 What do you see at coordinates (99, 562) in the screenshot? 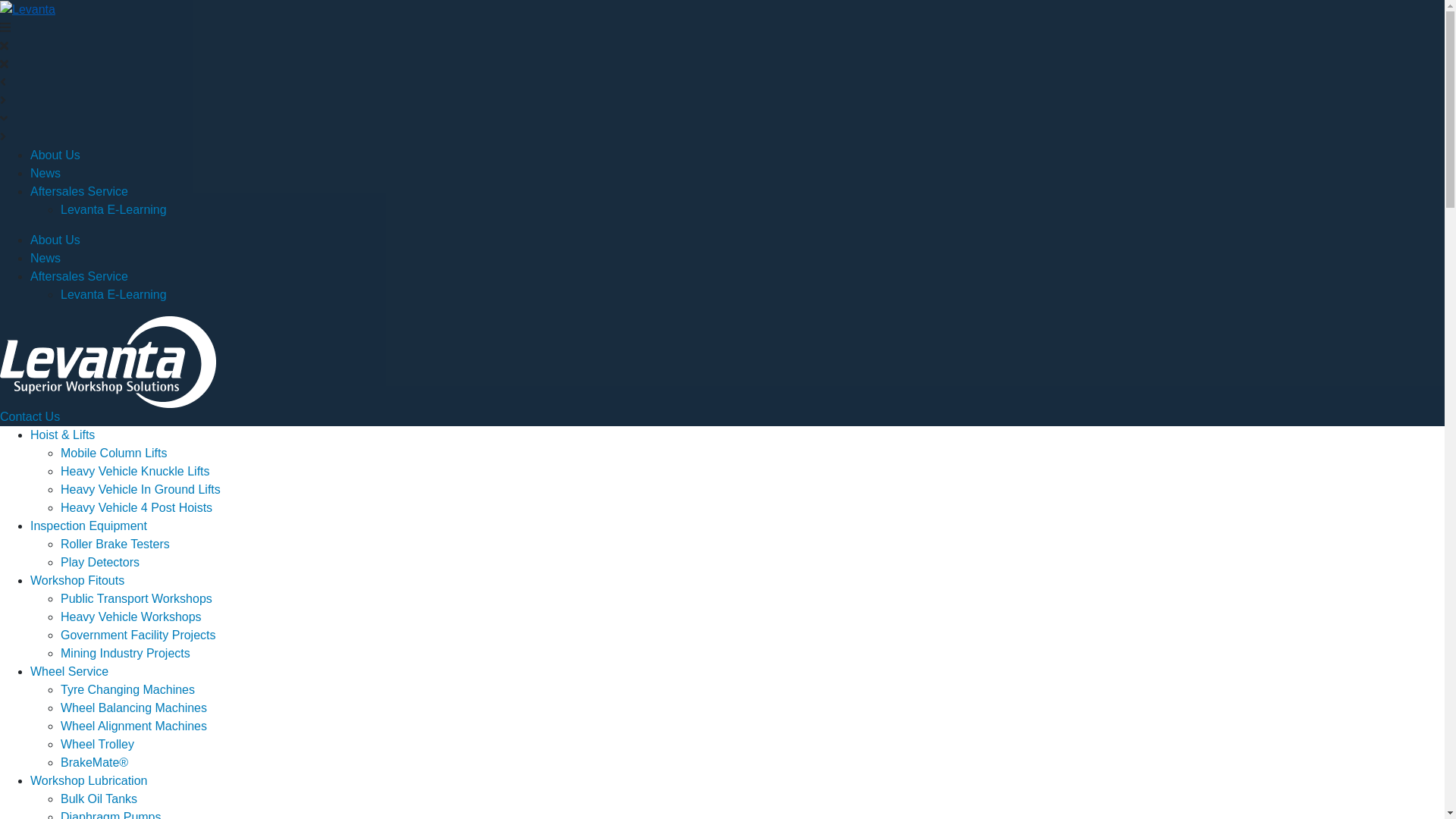
I see `'Play Detectors'` at bounding box center [99, 562].